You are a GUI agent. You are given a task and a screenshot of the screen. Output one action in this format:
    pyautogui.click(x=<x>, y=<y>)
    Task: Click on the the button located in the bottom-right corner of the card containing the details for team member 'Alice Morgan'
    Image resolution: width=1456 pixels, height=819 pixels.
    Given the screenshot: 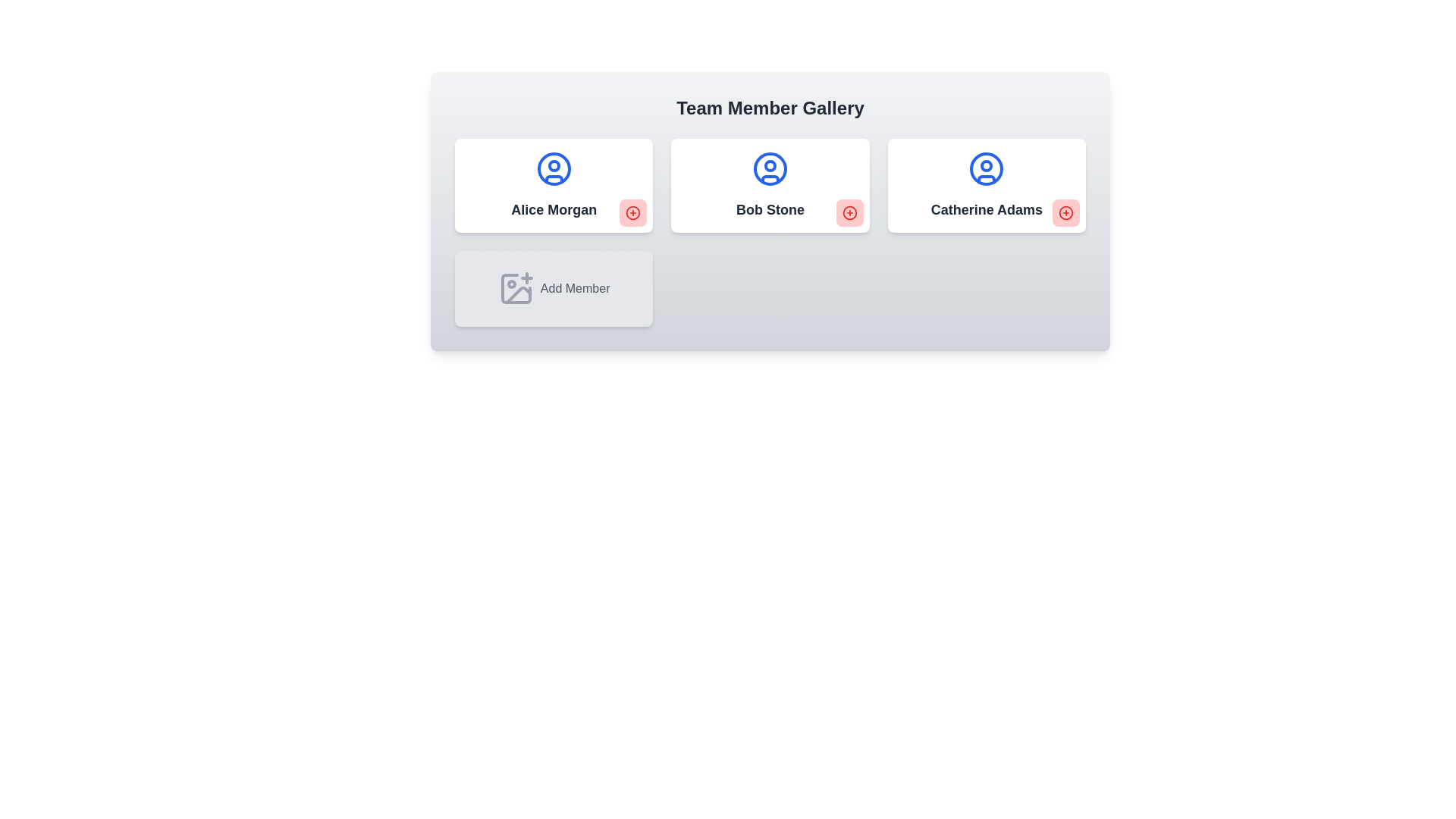 What is the action you would take?
    pyautogui.click(x=633, y=213)
    